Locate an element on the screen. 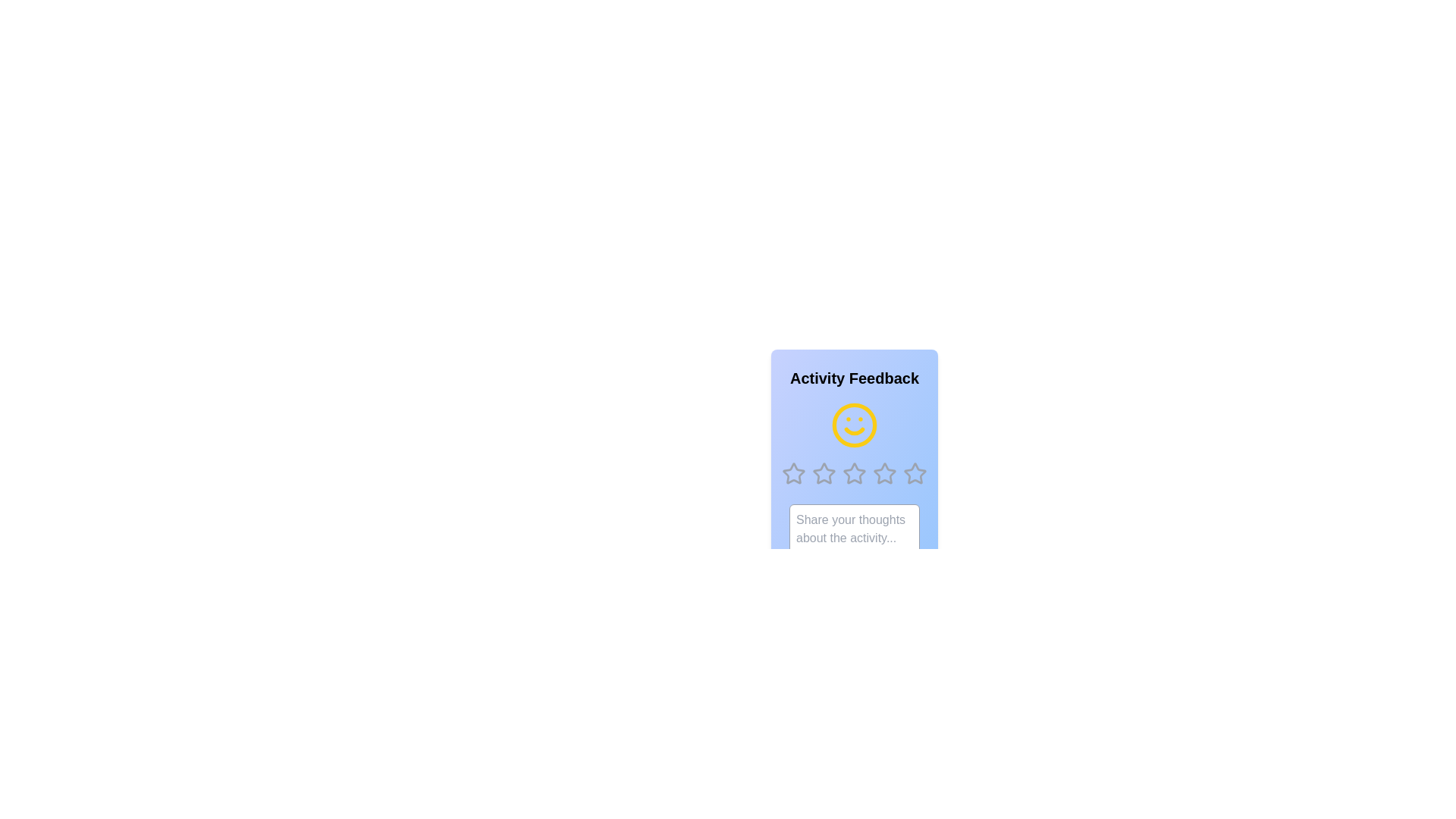 The height and width of the screenshot is (819, 1456). the third star-shaped rating icon for keyboard interaction is located at coordinates (855, 472).